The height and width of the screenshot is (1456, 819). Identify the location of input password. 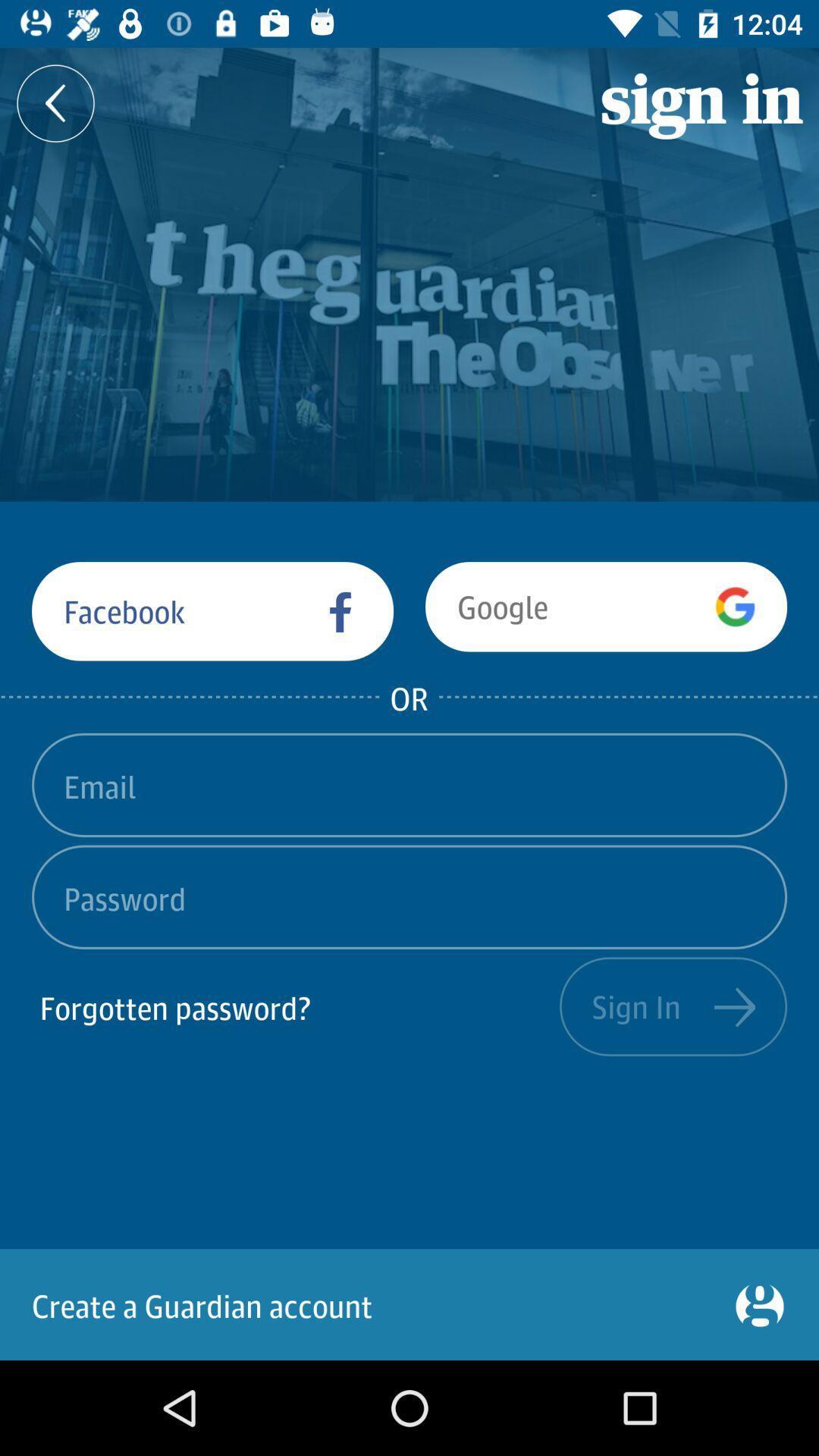
(409, 897).